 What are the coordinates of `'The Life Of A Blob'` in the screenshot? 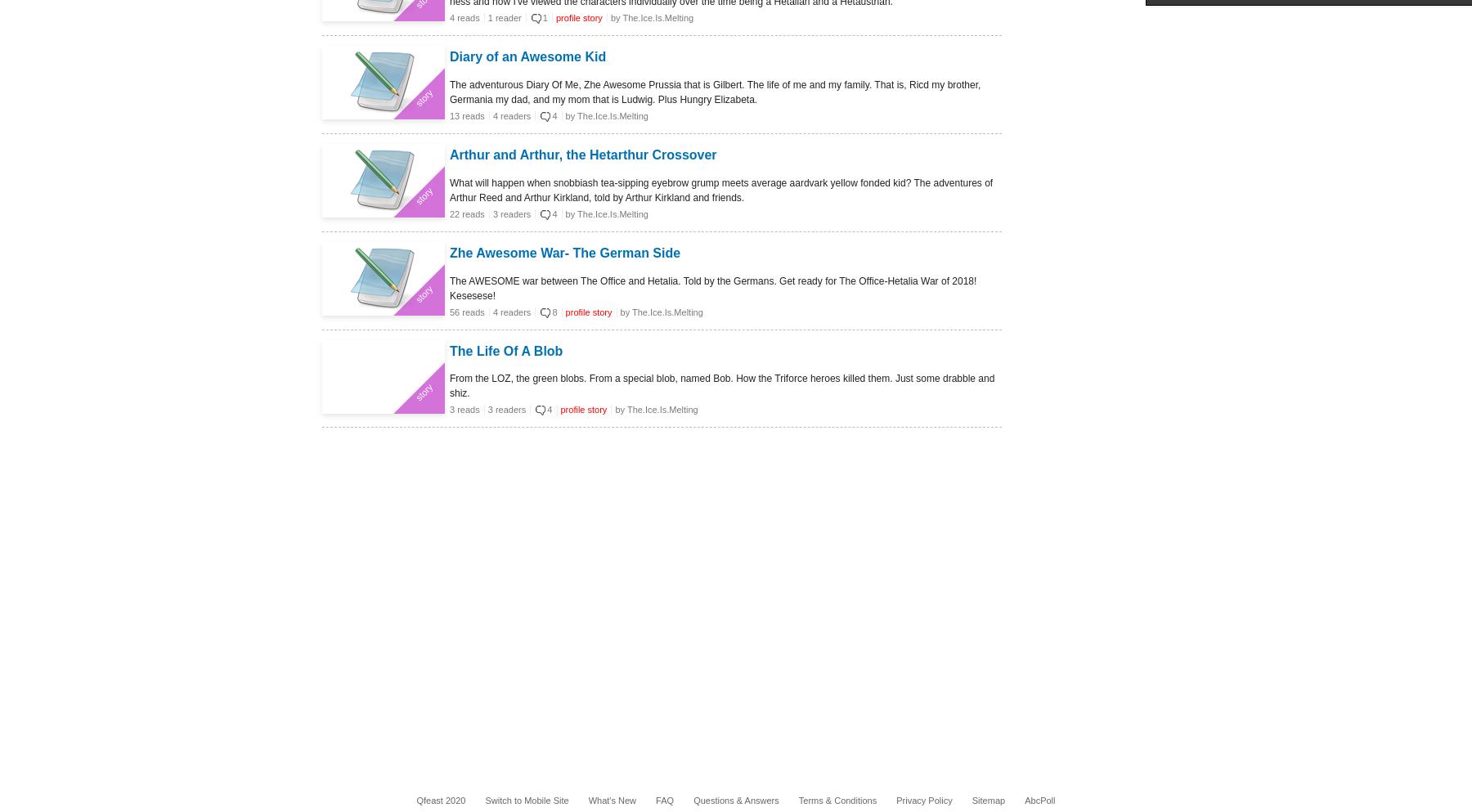 It's located at (506, 350).